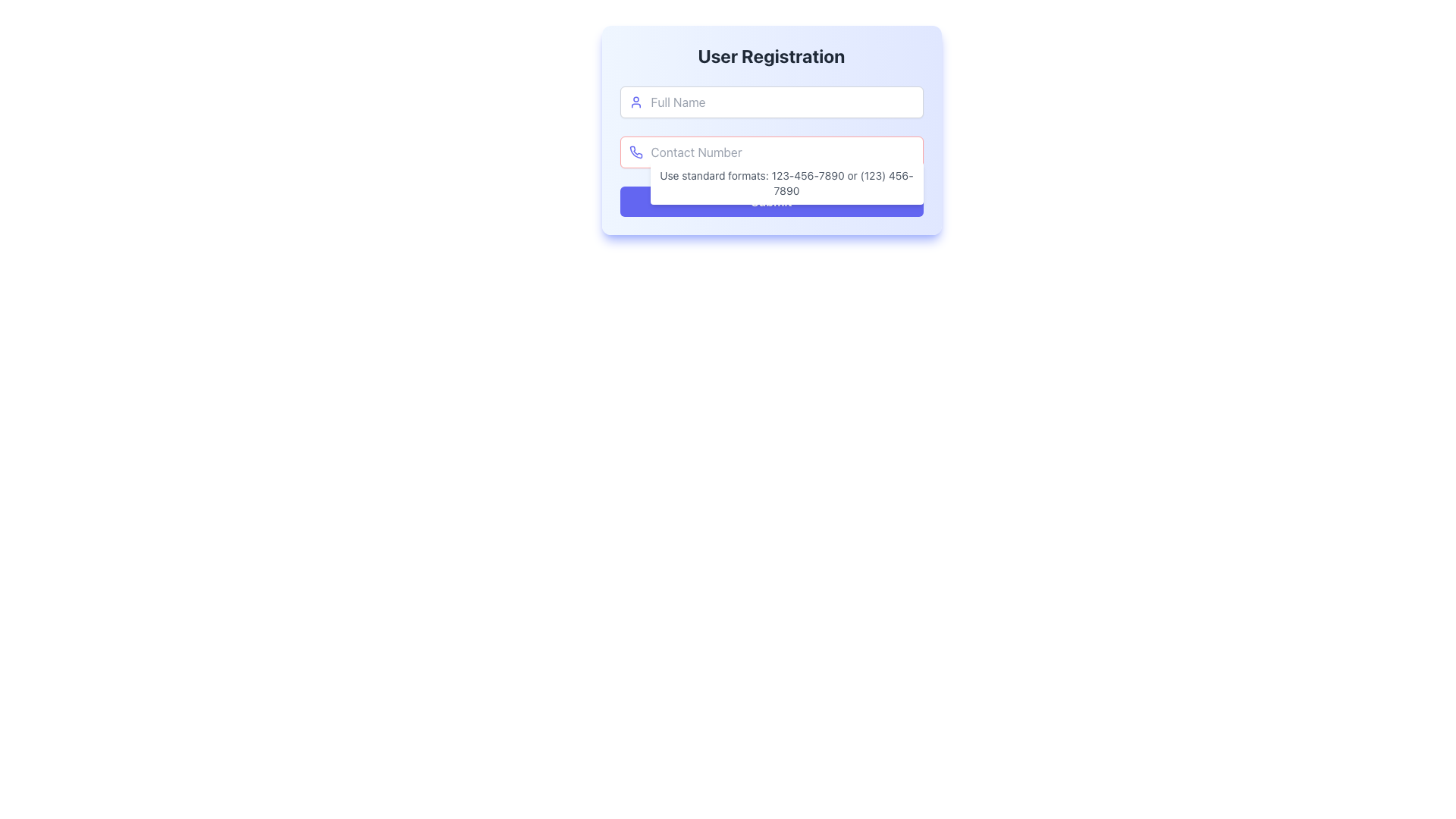 This screenshot has height=819, width=1456. Describe the element at coordinates (786, 183) in the screenshot. I see `instructional tooltip displaying the text: 'Use standard formats: 123-456-7890 or (123) 456-7890', which is positioned directly below the 'Contact Number' text input field` at that location.